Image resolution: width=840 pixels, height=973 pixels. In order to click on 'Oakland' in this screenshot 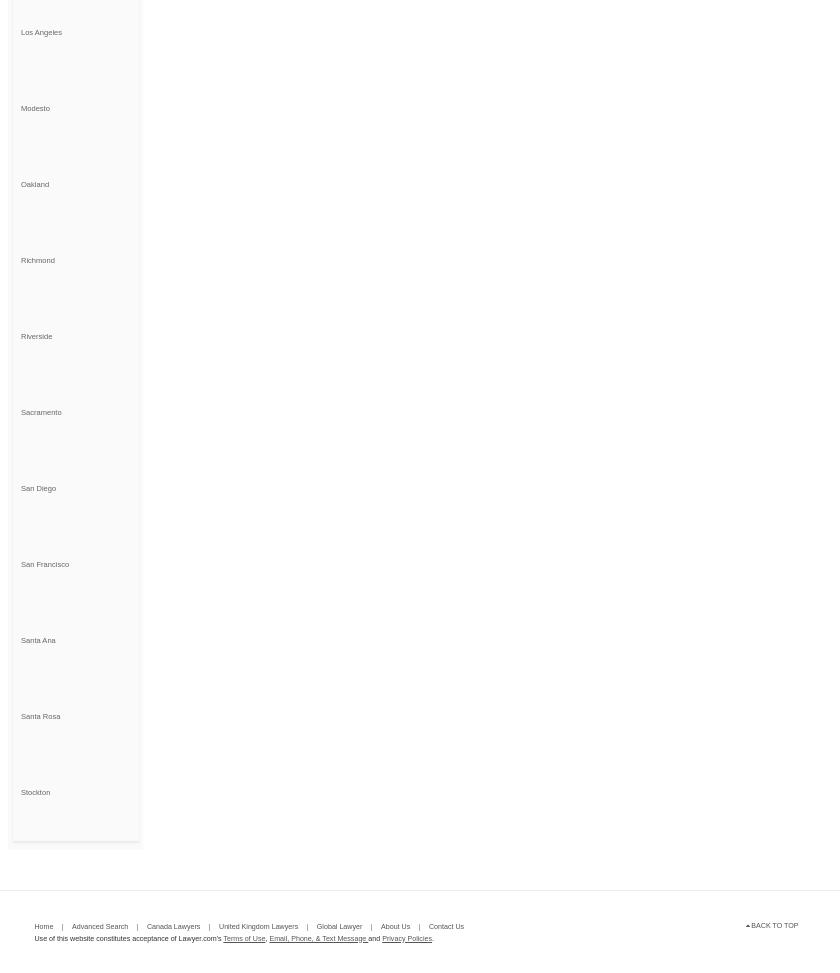, I will do `click(34, 183)`.